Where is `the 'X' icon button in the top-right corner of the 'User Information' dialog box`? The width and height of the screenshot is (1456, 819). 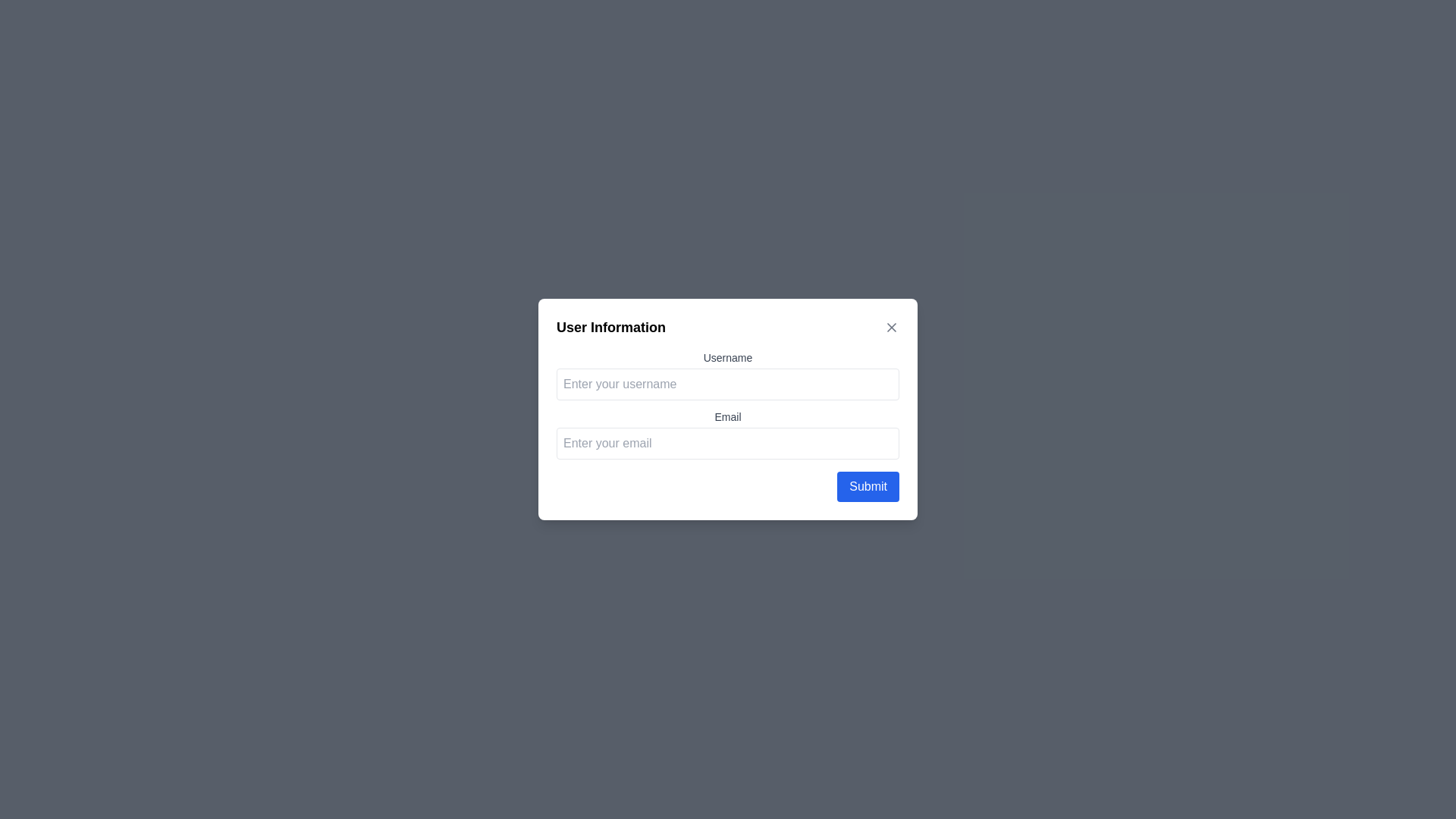 the 'X' icon button in the top-right corner of the 'User Information' dialog box is located at coordinates (892, 327).